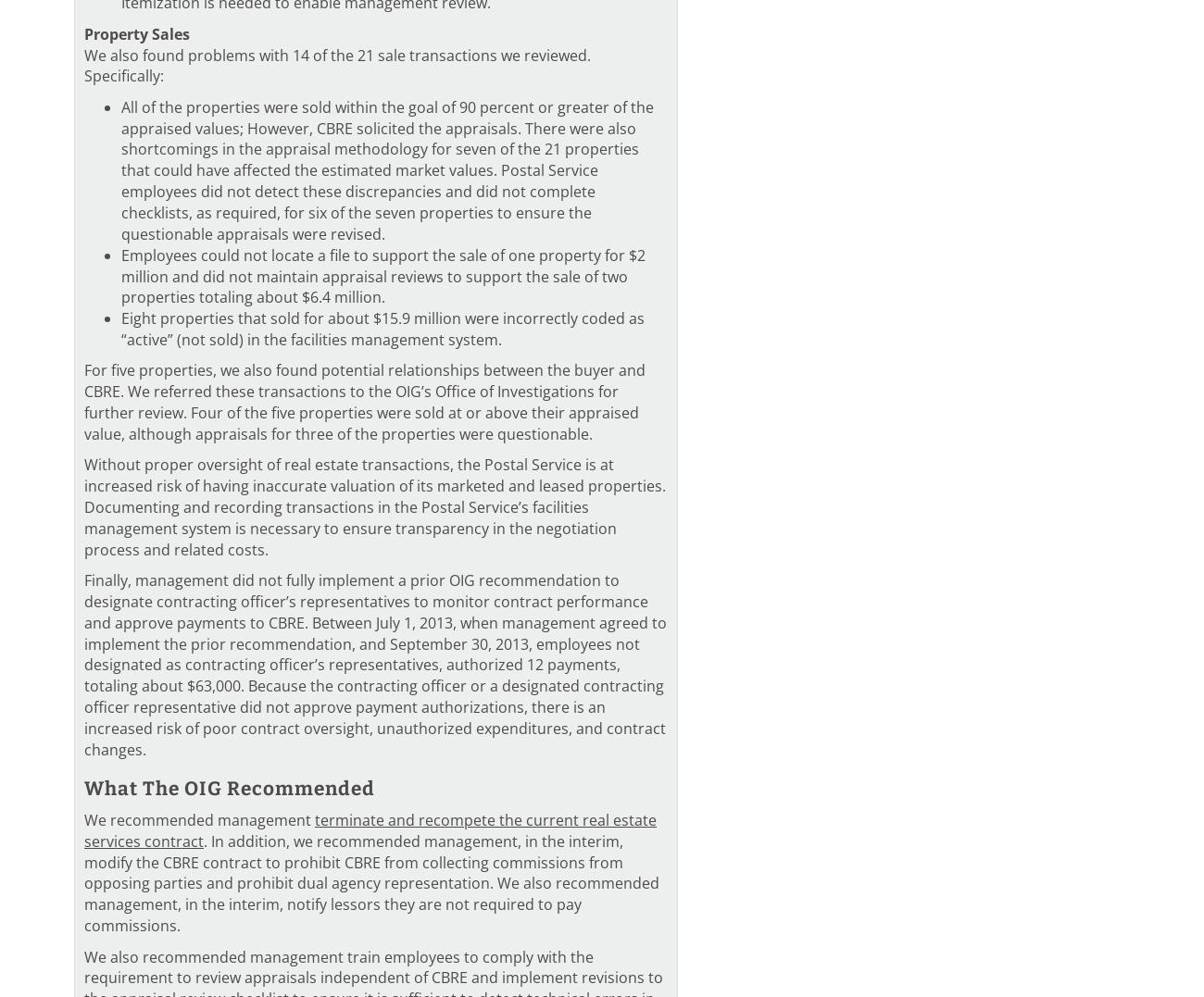  What do you see at coordinates (370, 829) in the screenshot?
I see `'terminate and recompete the current real estate services contract'` at bounding box center [370, 829].